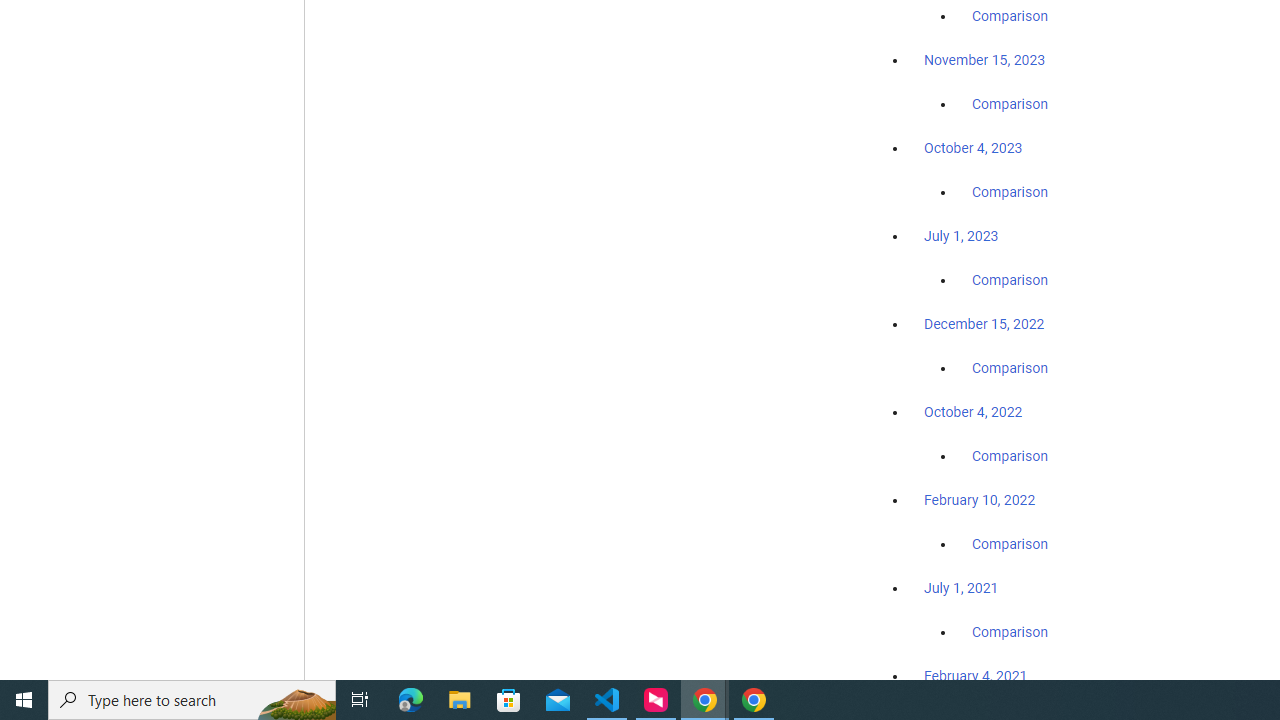  What do you see at coordinates (961, 586) in the screenshot?
I see `'July 1, 2021'` at bounding box center [961, 586].